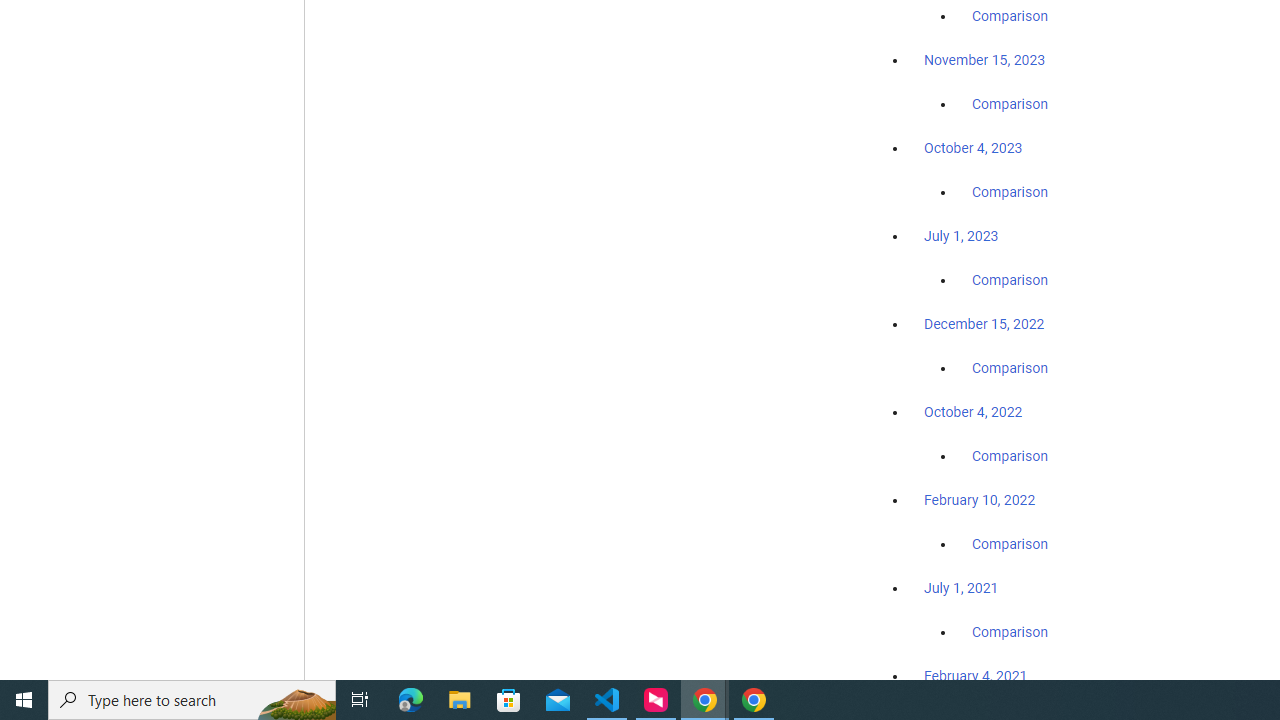  What do you see at coordinates (961, 586) in the screenshot?
I see `'July 1, 2021'` at bounding box center [961, 586].